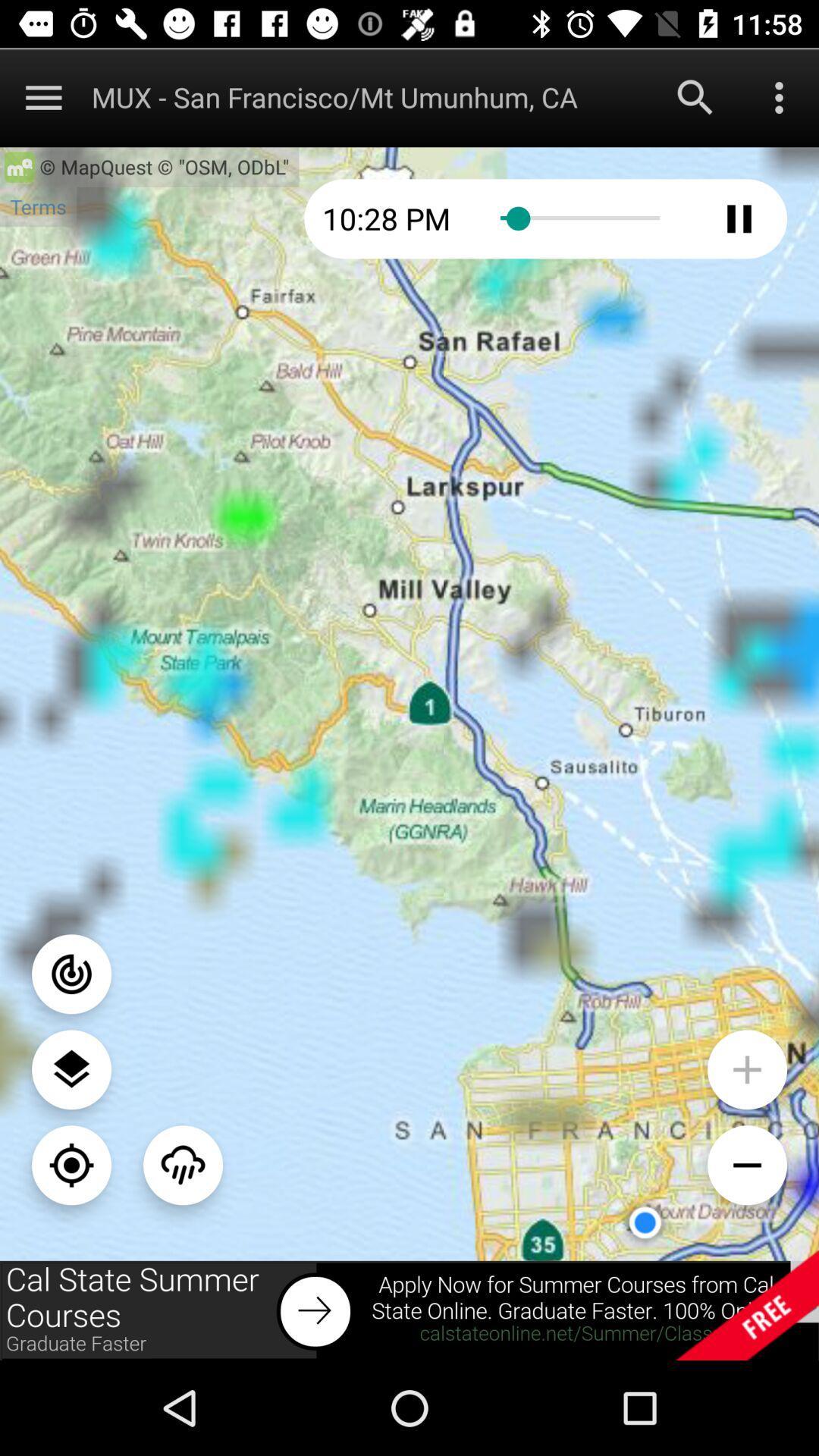 The width and height of the screenshot is (819, 1456). Describe the element at coordinates (182, 1164) in the screenshot. I see `check weather` at that location.